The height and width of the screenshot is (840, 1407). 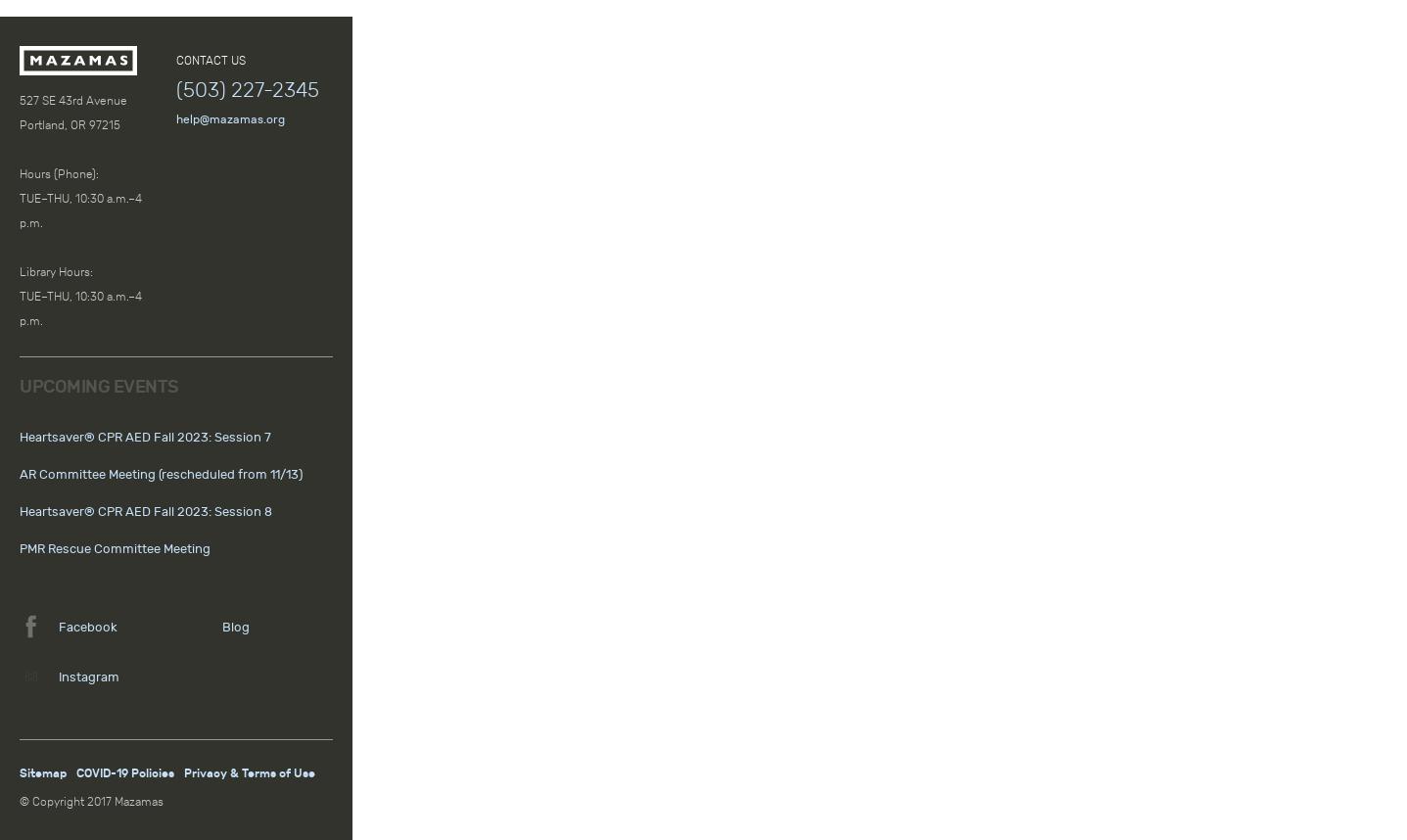 I want to click on 'Heartsaver® CPR AED Fall 2023: Session 7', so click(x=18, y=438).